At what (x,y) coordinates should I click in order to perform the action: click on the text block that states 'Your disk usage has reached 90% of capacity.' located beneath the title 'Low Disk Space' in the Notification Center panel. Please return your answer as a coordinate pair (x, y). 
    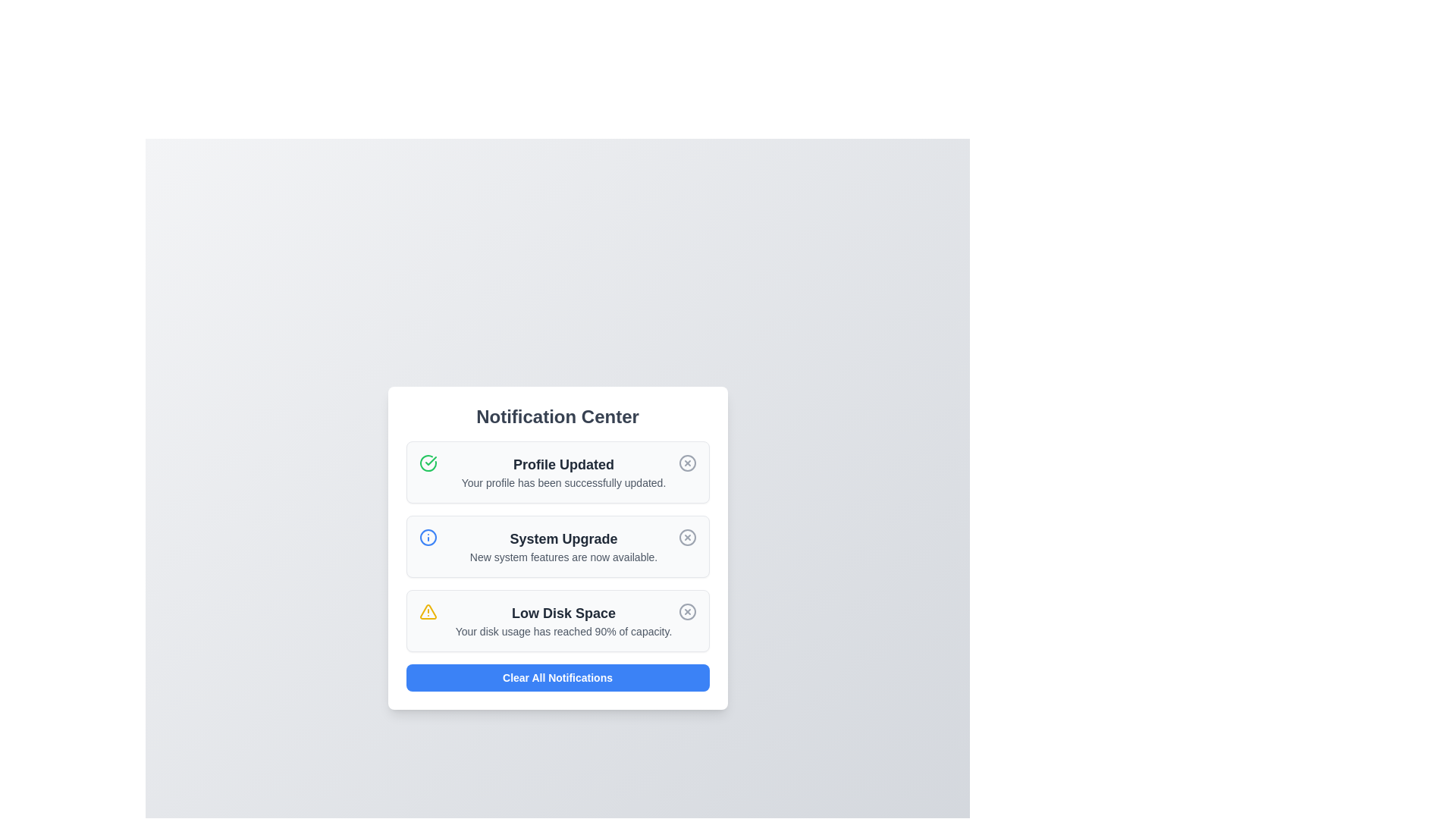
    Looking at the image, I should click on (563, 632).